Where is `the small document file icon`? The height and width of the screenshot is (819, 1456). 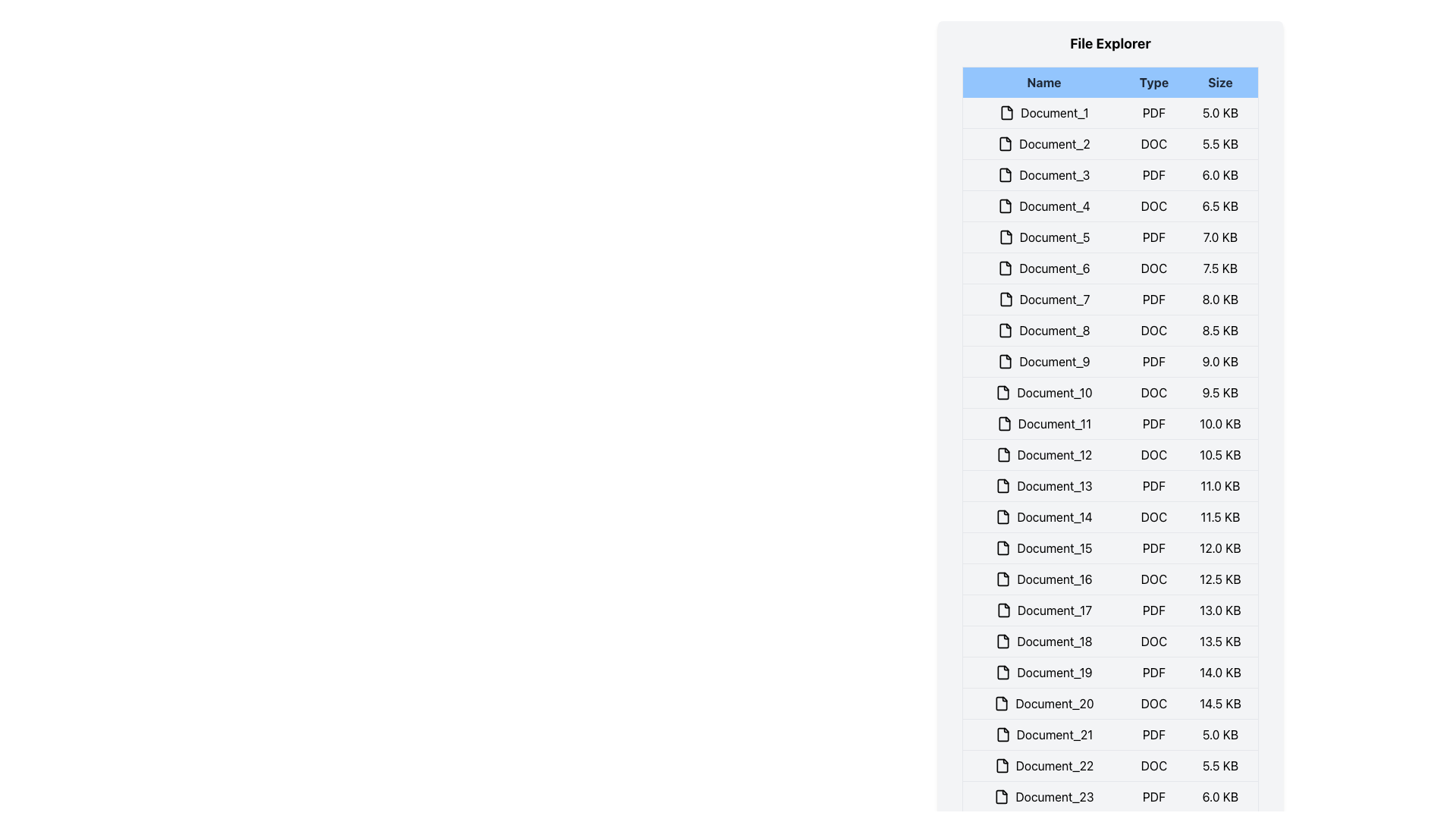
the small document file icon is located at coordinates (1003, 733).